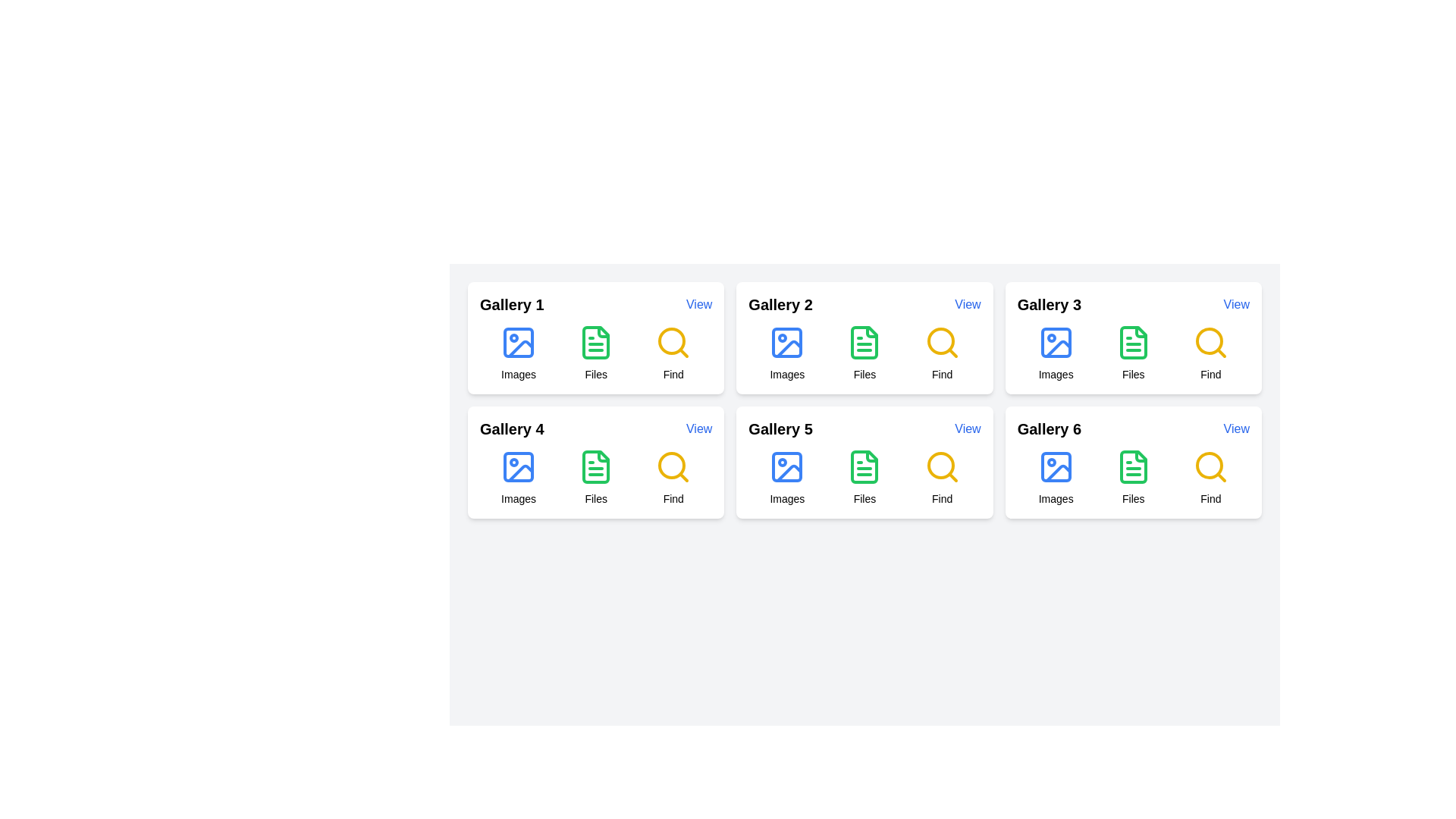  Describe the element at coordinates (512, 429) in the screenshot. I see `the static text label that identifies the gallery as 'Gallery 4', located in the second row, first column of the card layout` at that location.